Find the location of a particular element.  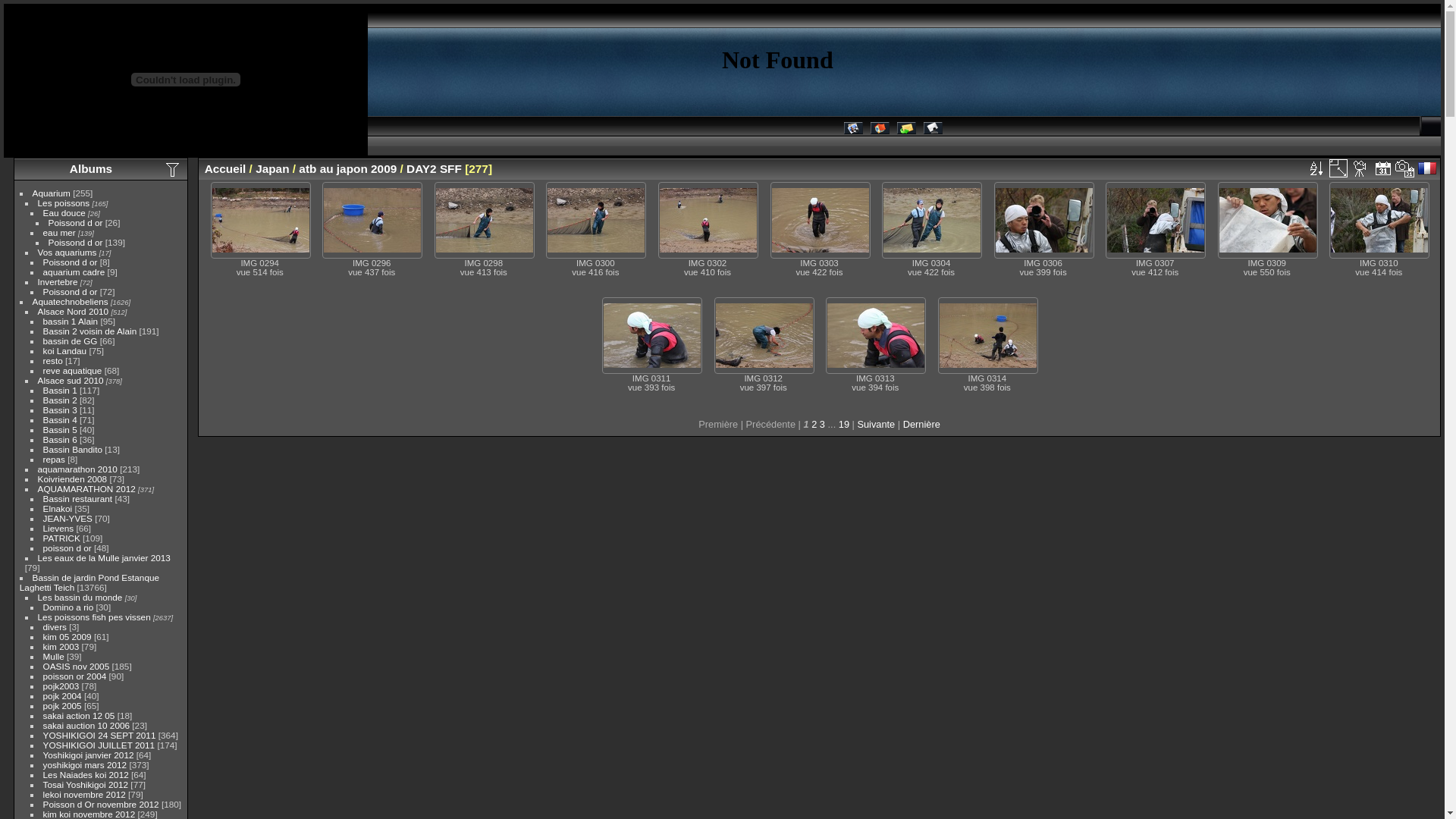

'bassin 1 Alain' is located at coordinates (70, 320).